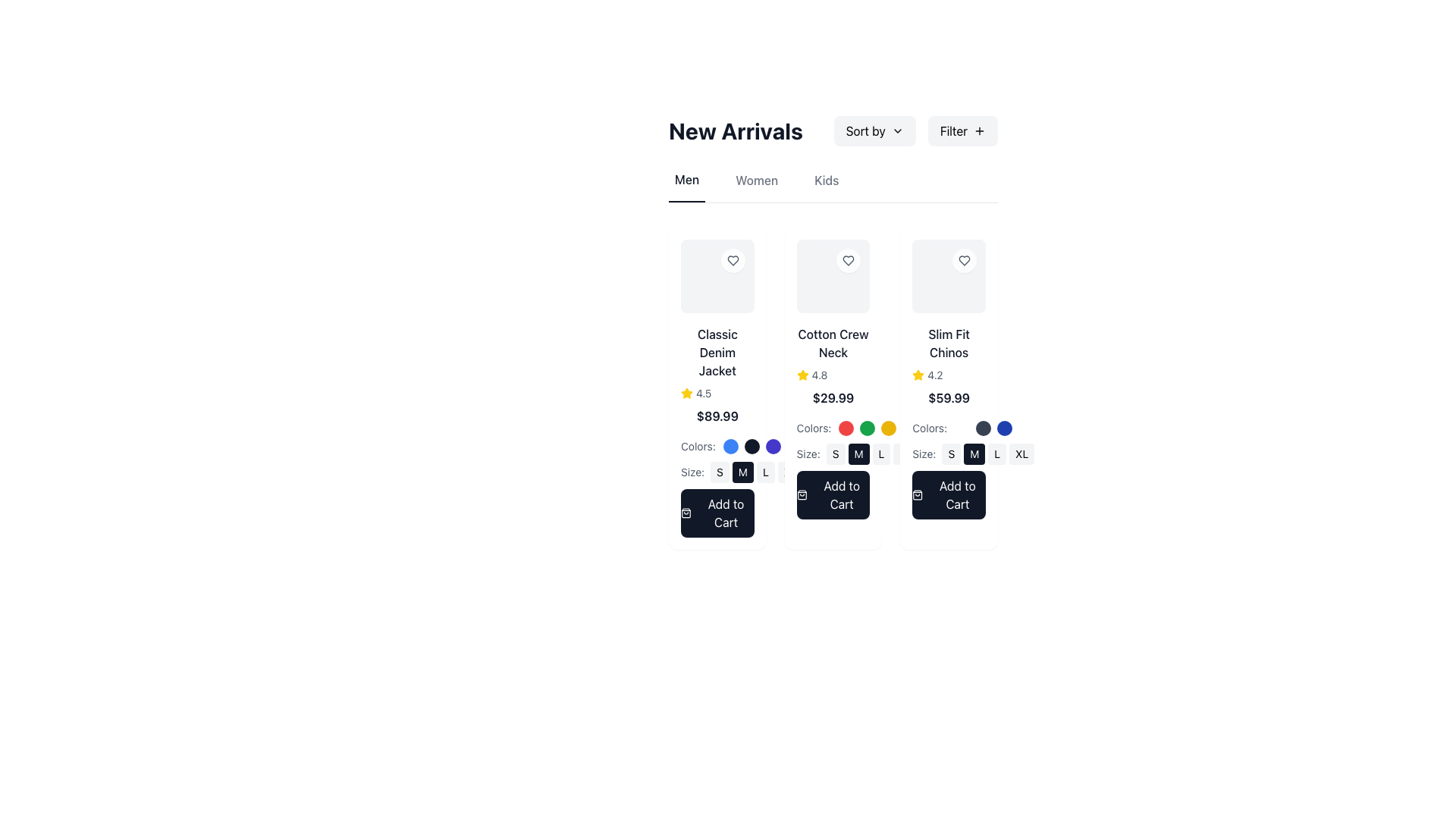  I want to click on the static text displaying the product rating for the 'Classic Denim Jacket' located to the right of the star icon, so click(703, 392).